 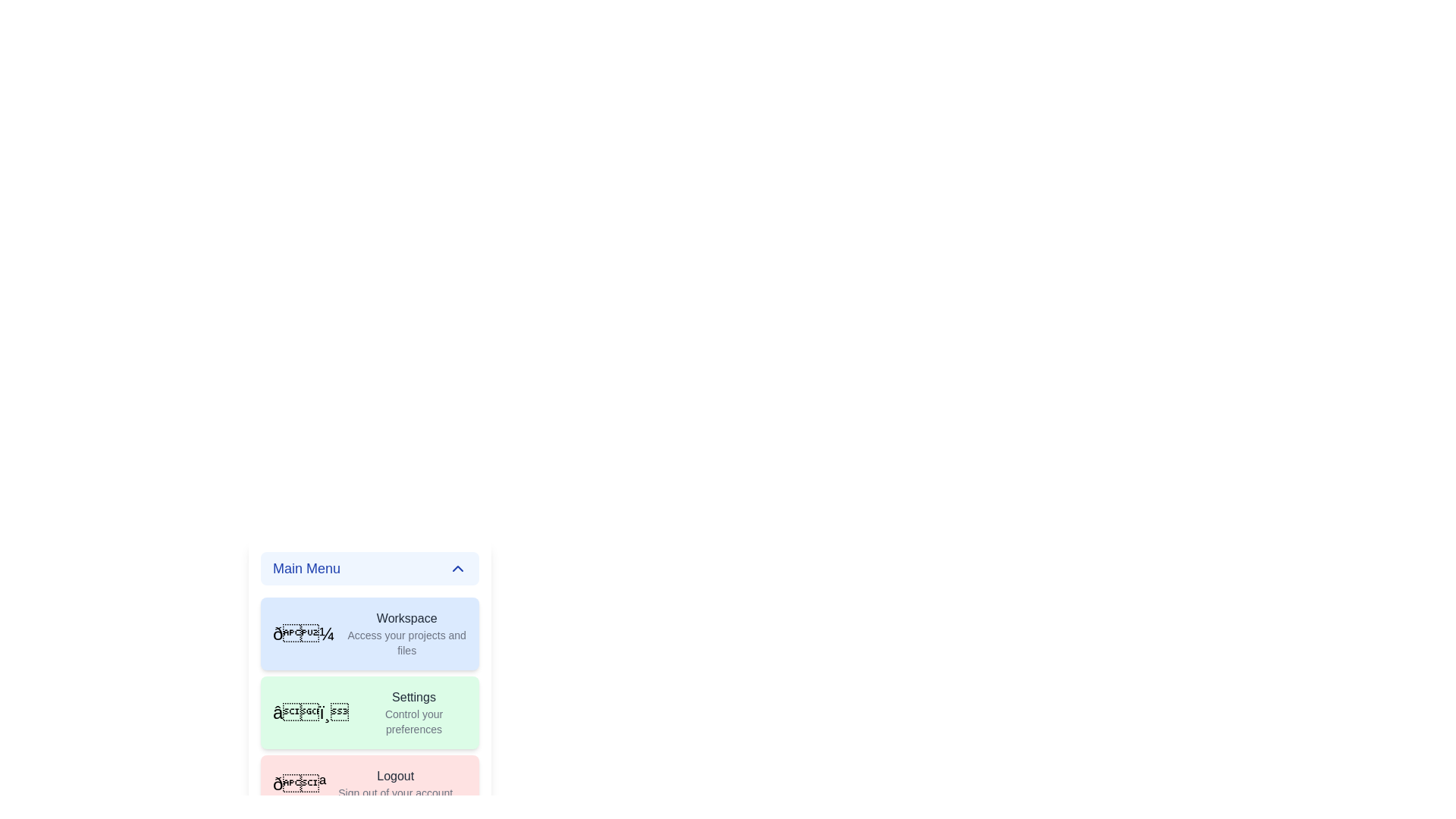 I want to click on the descriptive text label located beneath the 'Logout' action in the lower-left quadrant of the interface, so click(x=395, y=792).